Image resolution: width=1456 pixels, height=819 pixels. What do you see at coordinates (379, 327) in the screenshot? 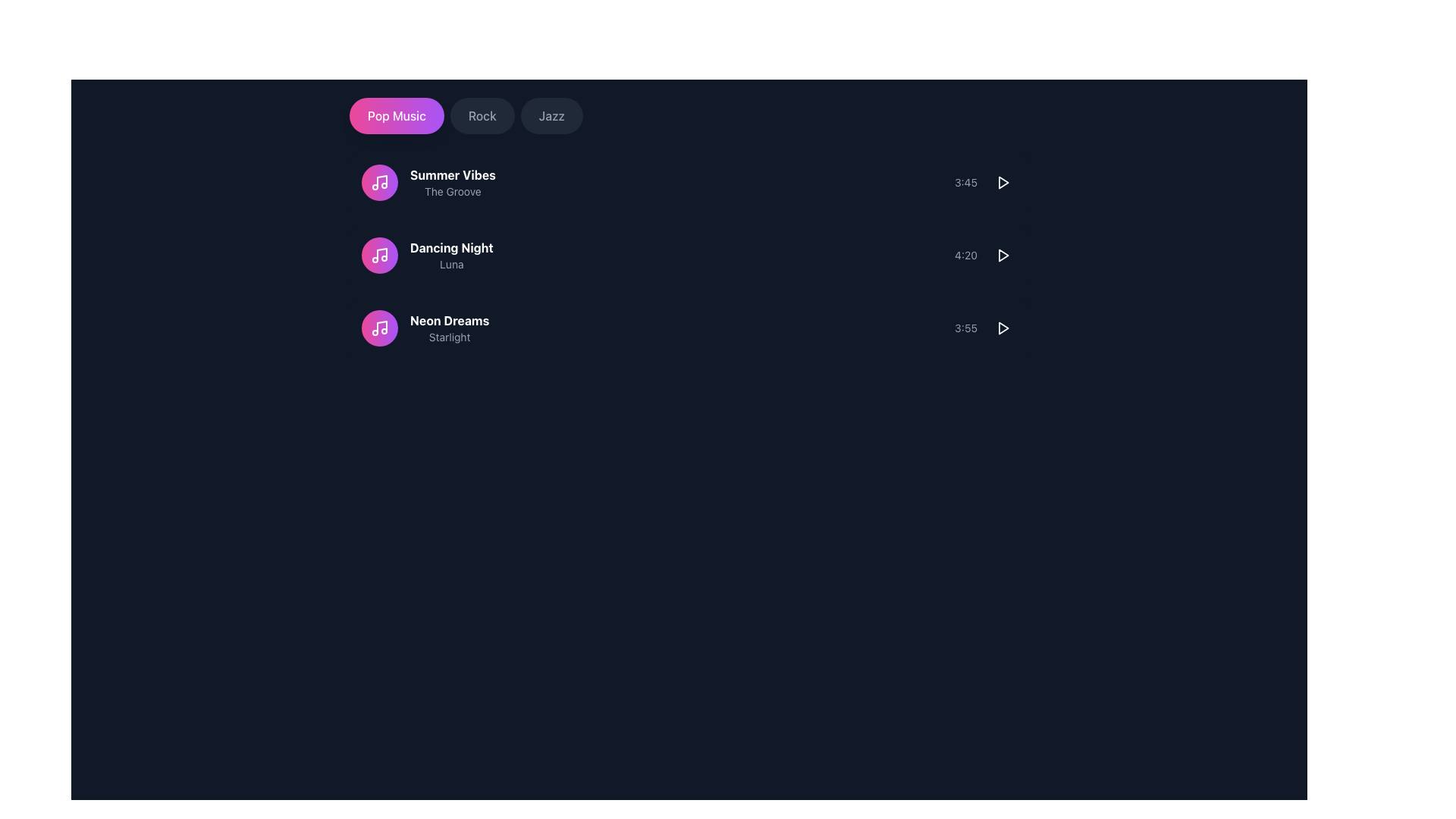
I see `the music note icon with a pink and purple gradient circular background, which is the first icon in the vertical list under the 'Pop Music' header` at bounding box center [379, 327].